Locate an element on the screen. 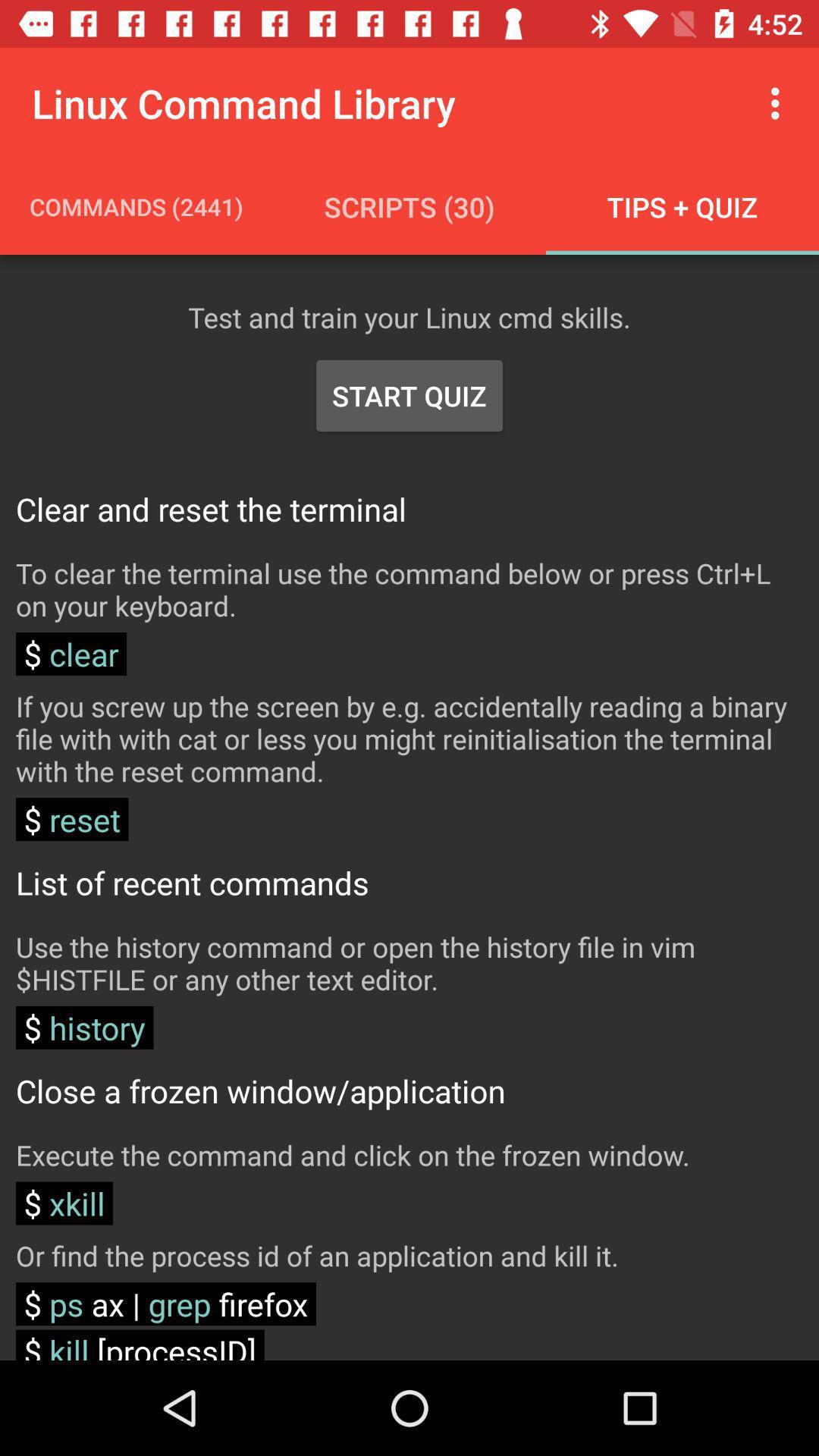 This screenshot has height=1456, width=819. the text clear is located at coordinates (71, 654).